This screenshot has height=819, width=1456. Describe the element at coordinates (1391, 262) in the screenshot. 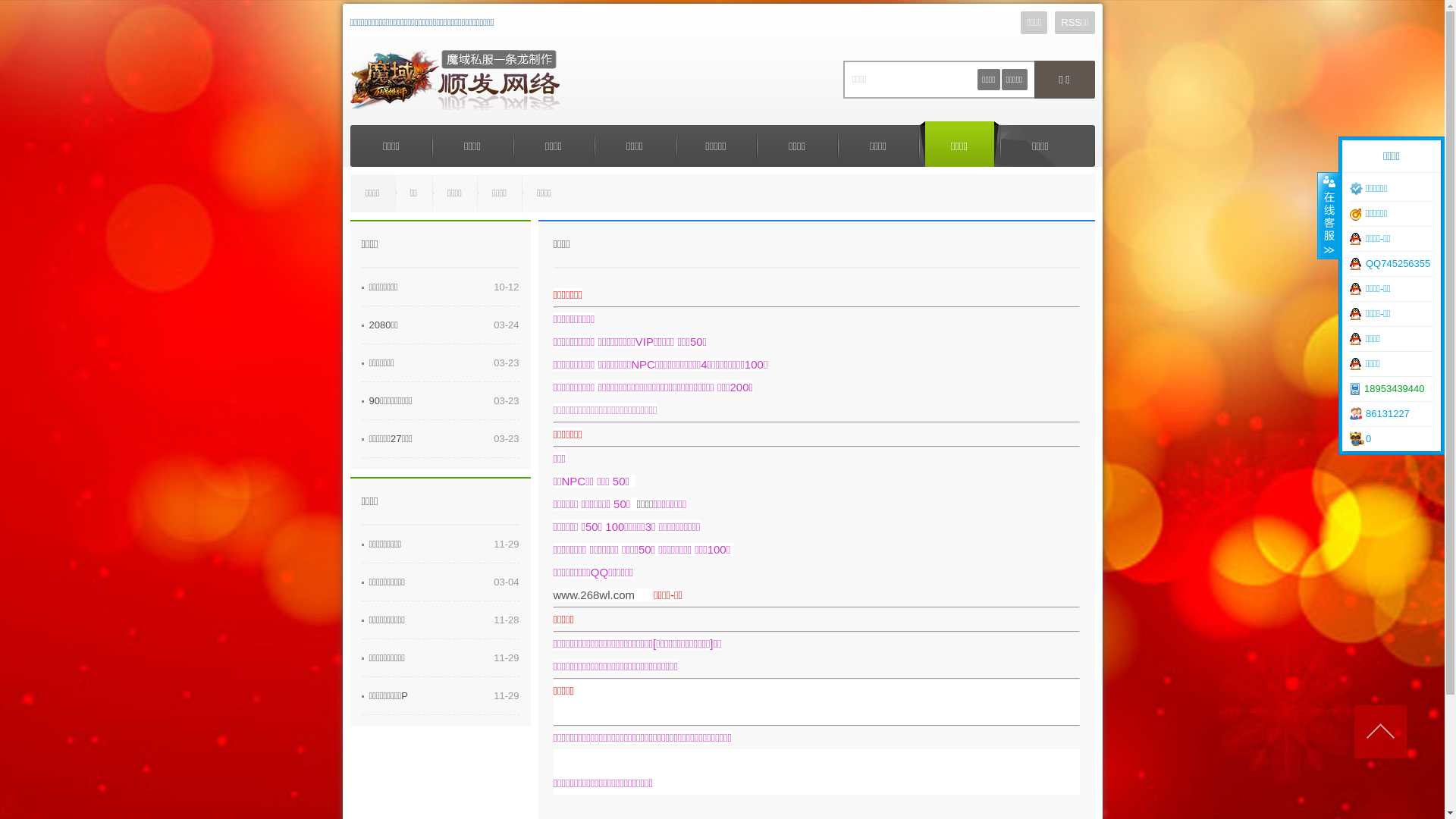

I see `'QQ745256355'` at that location.